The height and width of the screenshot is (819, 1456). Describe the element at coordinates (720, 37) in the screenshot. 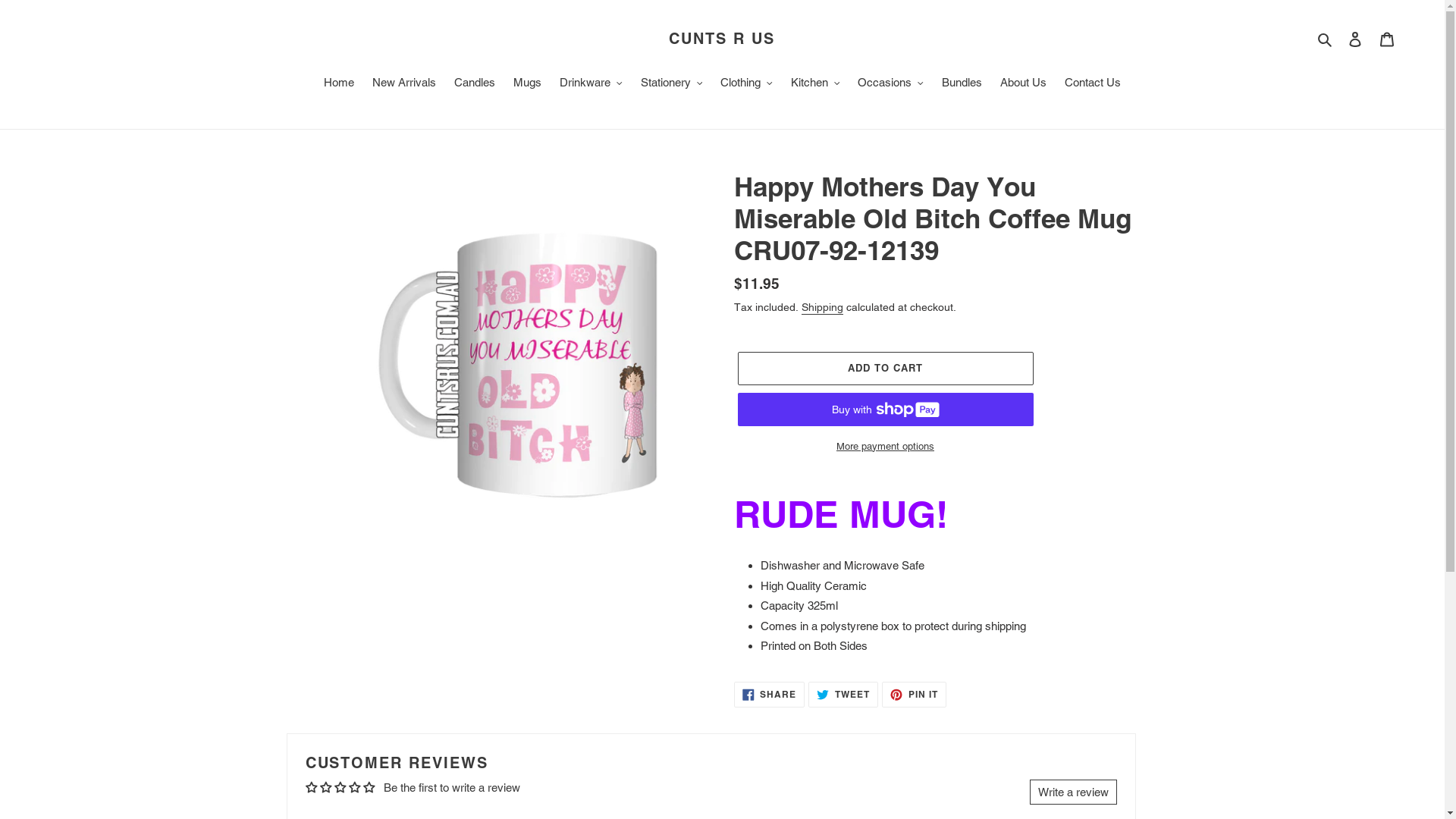

I see `'CUNTS R US'` at that location.